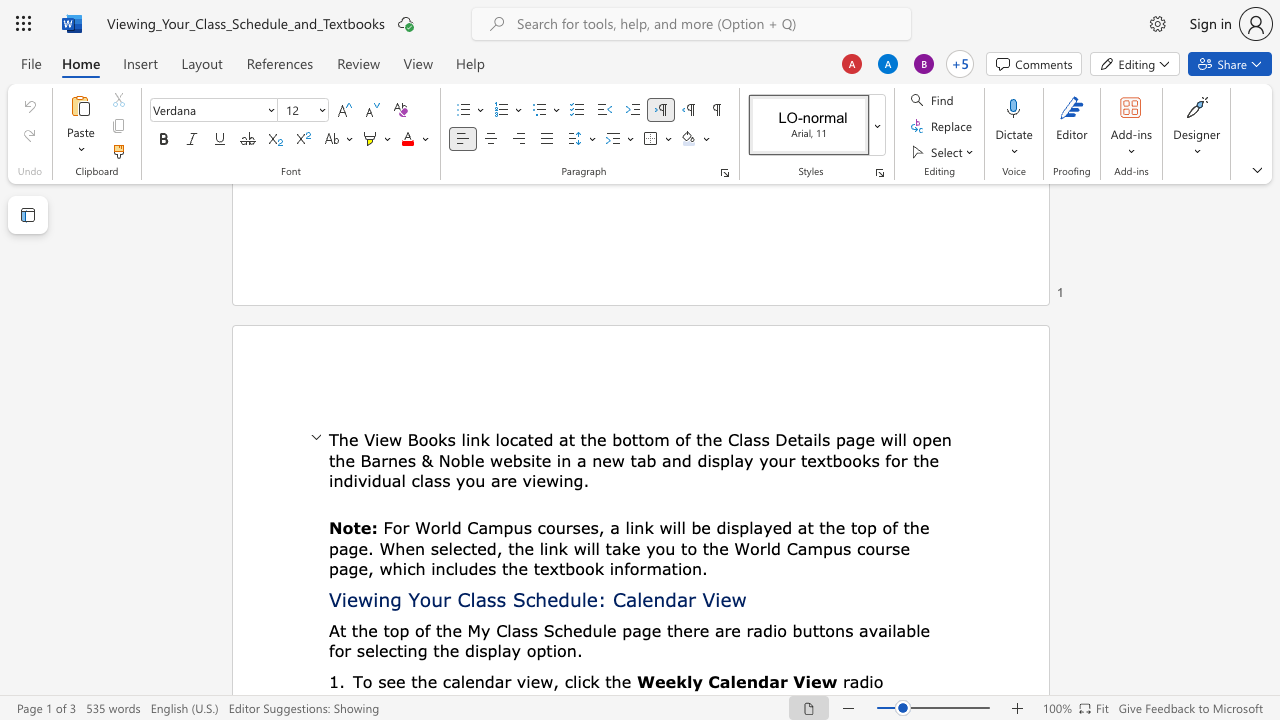  I want to click on the space between the continuous character "o" and "k" in the text, so click(437, 438).